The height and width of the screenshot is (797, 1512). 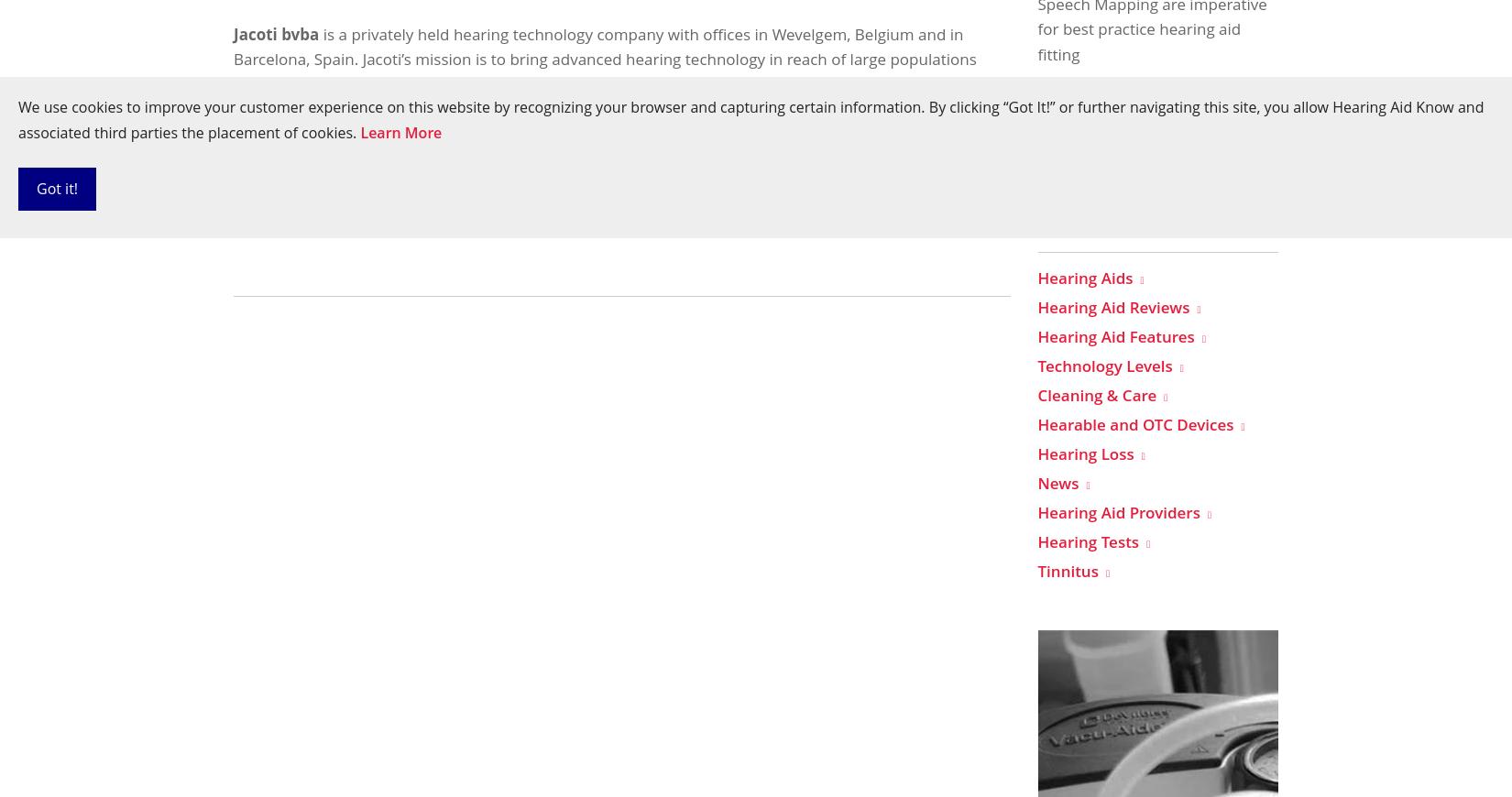 What do you see at coordinates (883, 32) in the screenshot?
I see `'Belgium'` at bounding box center [883, 32].